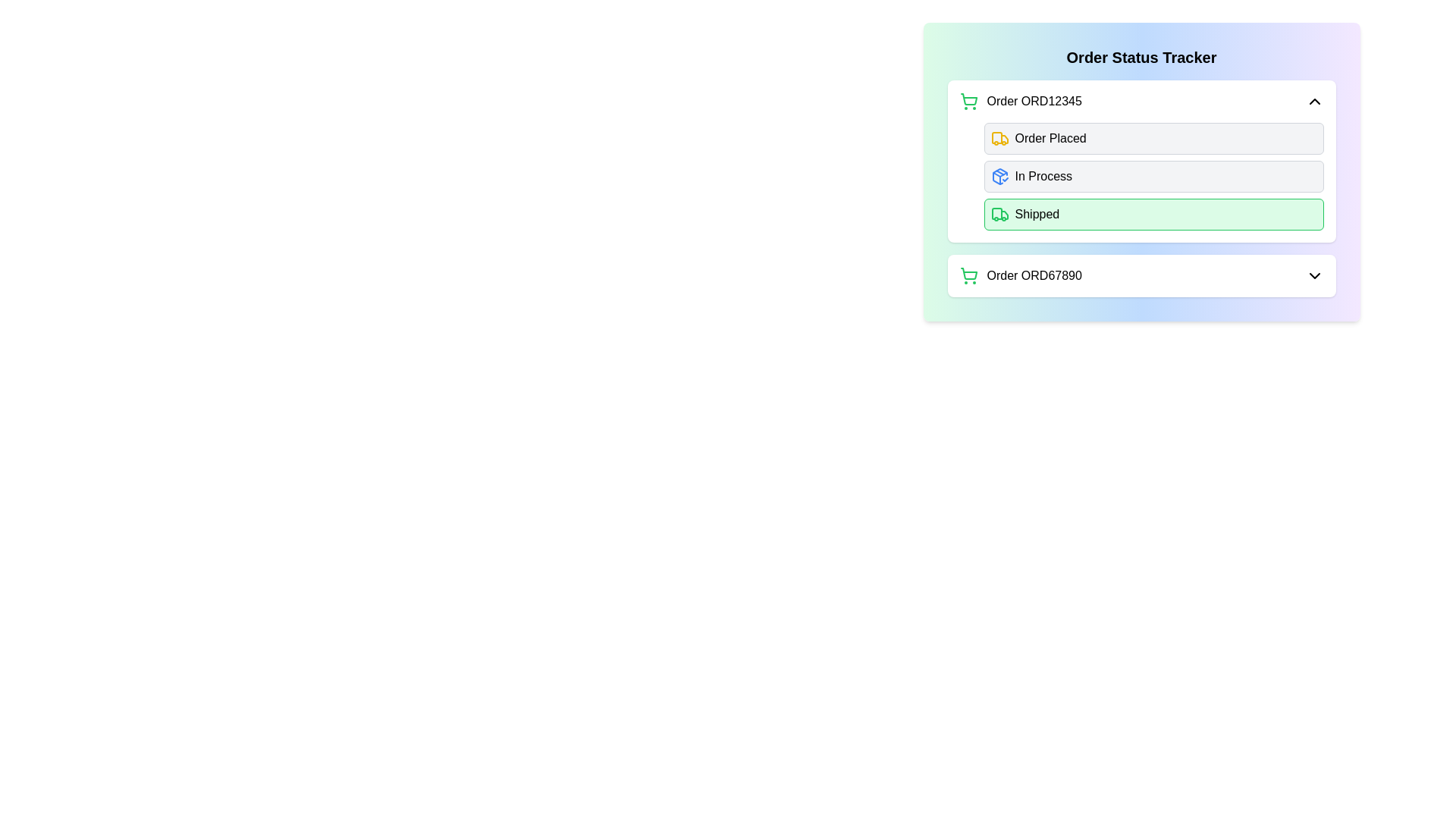 Image resolution: width=1456 pixels, height=819 pixels. What do you see at coordinates (999, 175) in the screenshot?
I see `the status of a specific milestone by selecting the milestone In Process` at bounding box center [999, 175].